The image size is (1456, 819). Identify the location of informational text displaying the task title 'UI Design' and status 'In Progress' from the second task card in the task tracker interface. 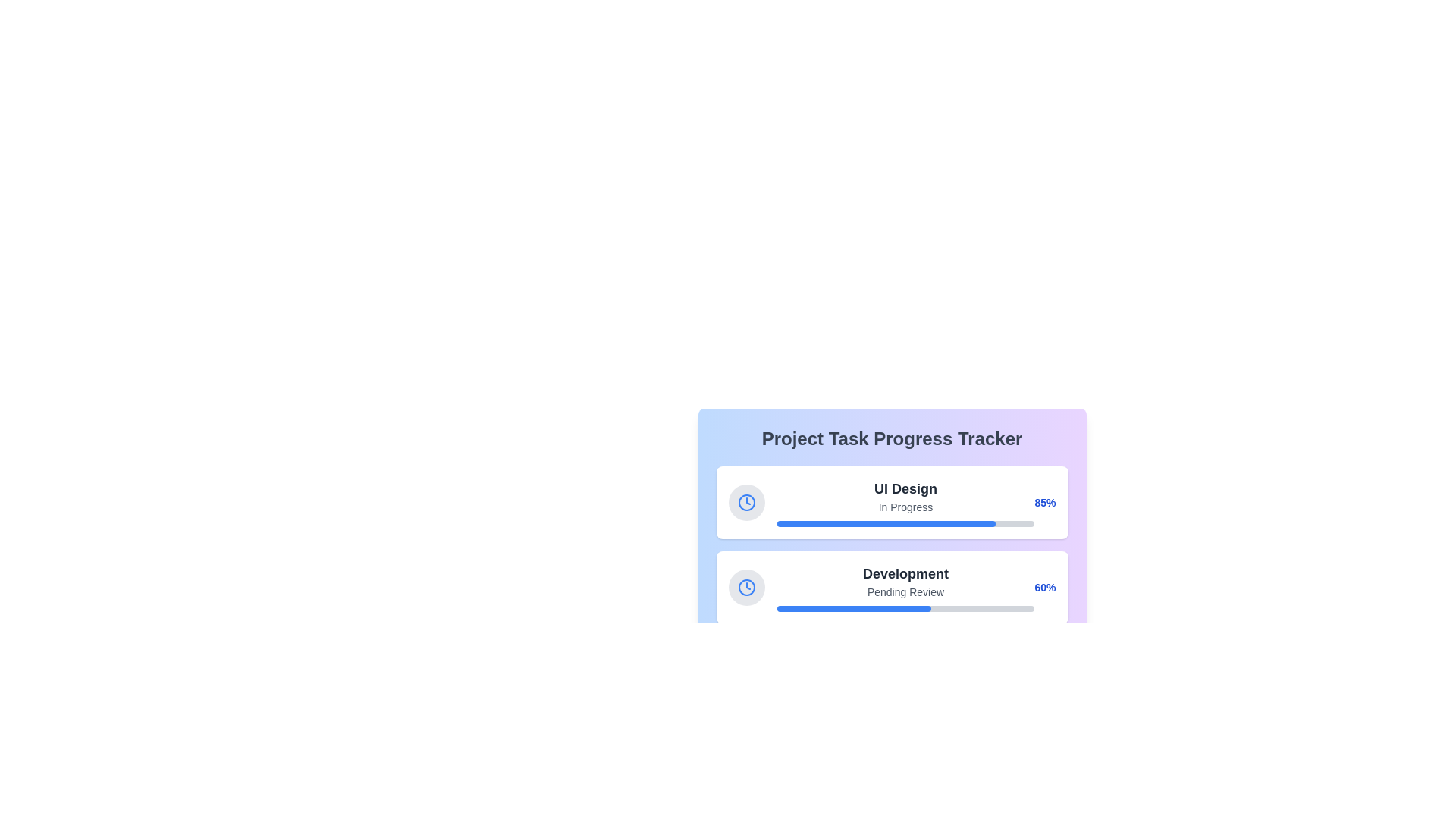
(905, 503).